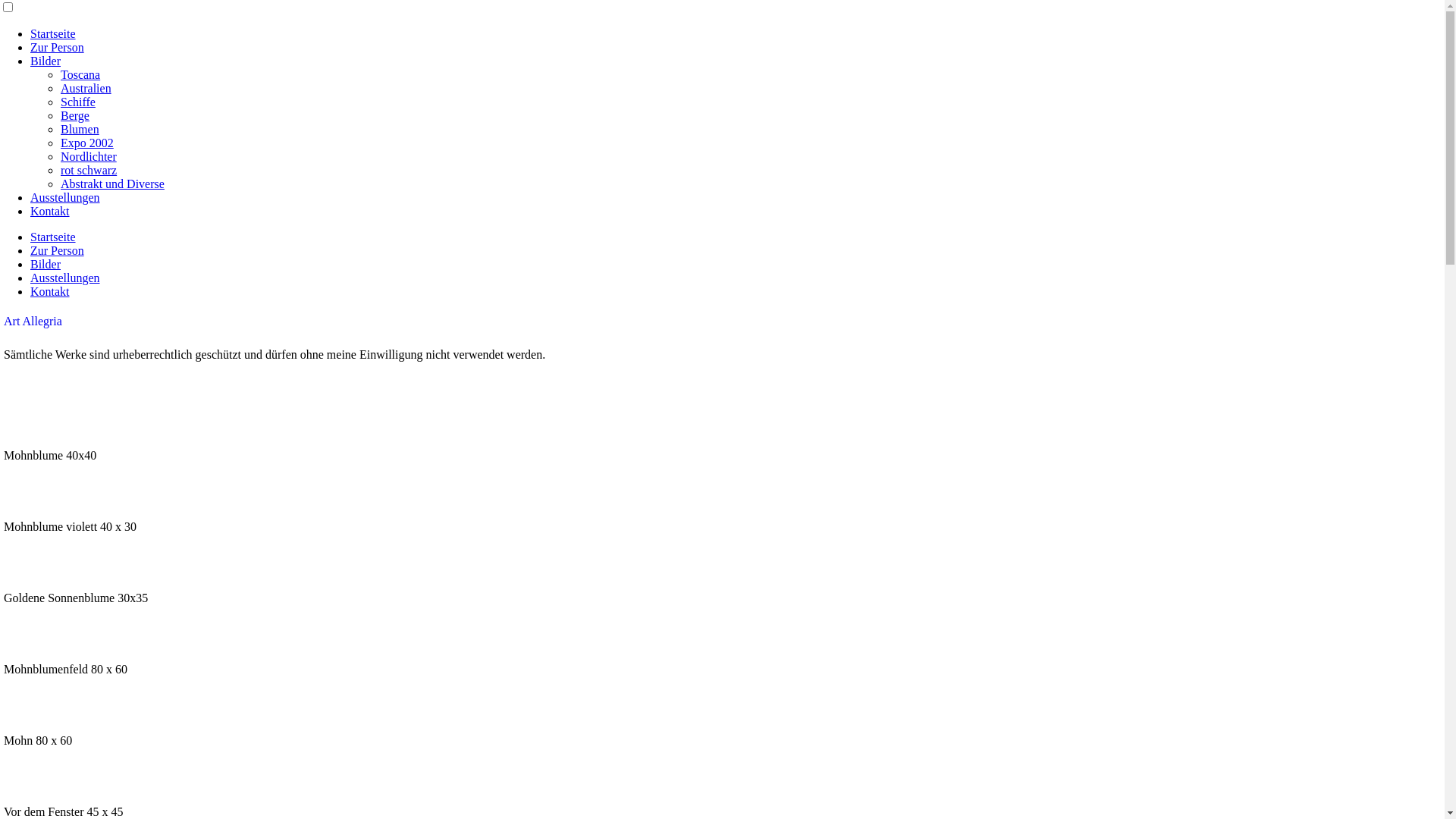 The height and width of the screenshot is (819, 1456). What do you see at coordinates (87, 156) in the screenshot?
I see `'Nordlichter'` at bounding box center [87, 156].